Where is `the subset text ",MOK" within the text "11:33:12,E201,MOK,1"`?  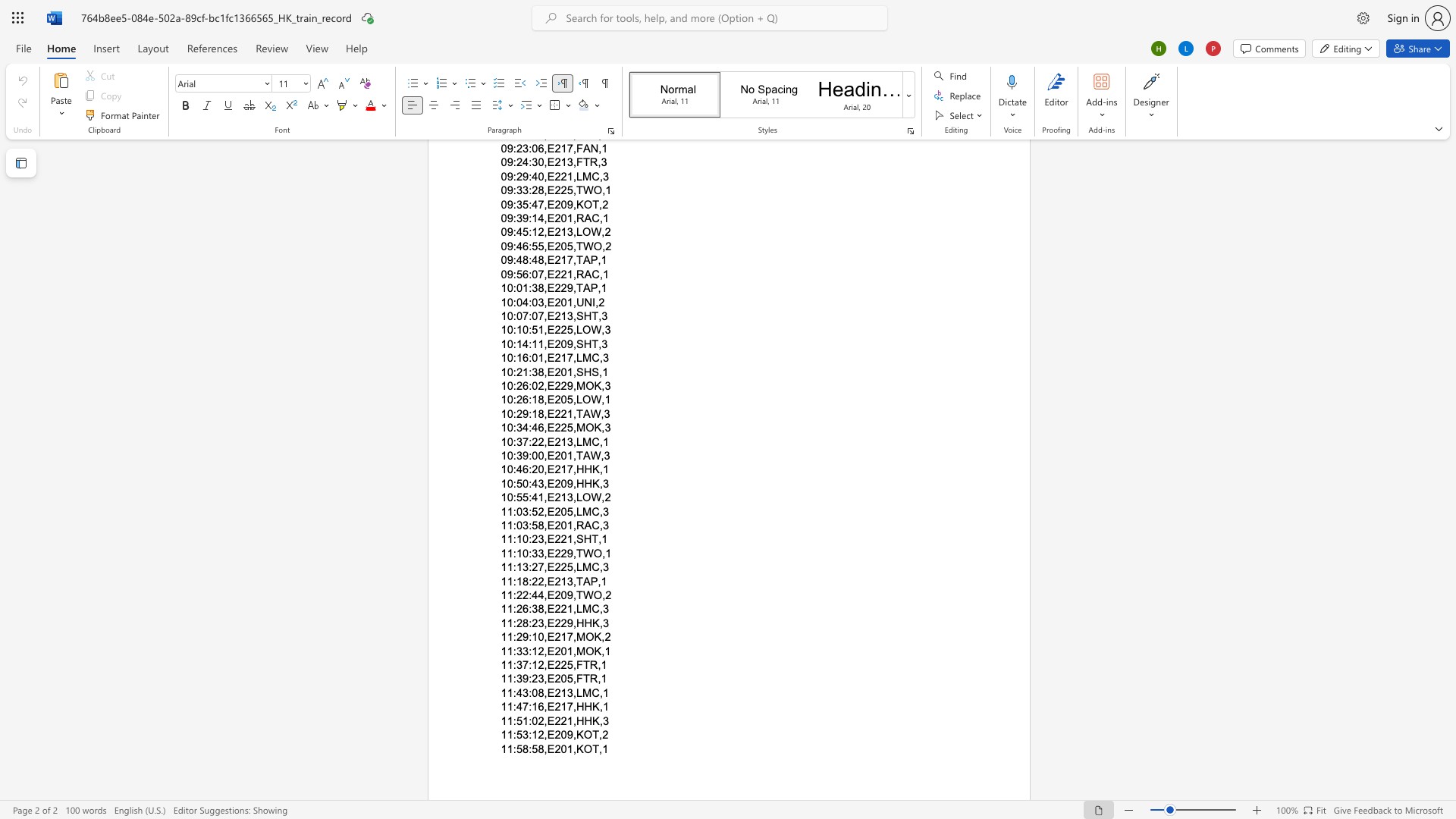 the subset text ",MOK" within the text "11:33:12,E201,MOK,1" is located at coordinates (572, 650).